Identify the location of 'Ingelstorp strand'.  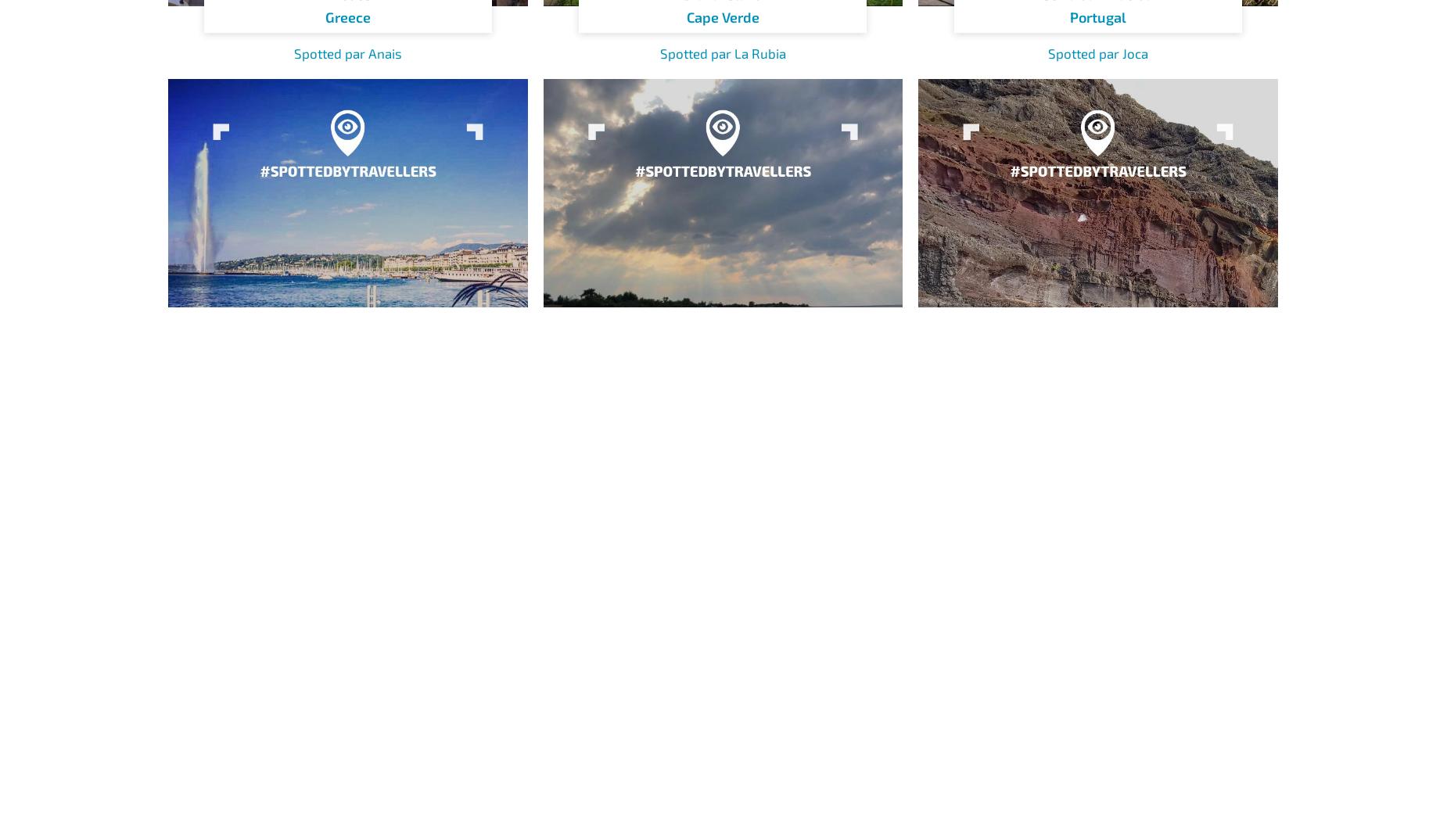
(722, 425).